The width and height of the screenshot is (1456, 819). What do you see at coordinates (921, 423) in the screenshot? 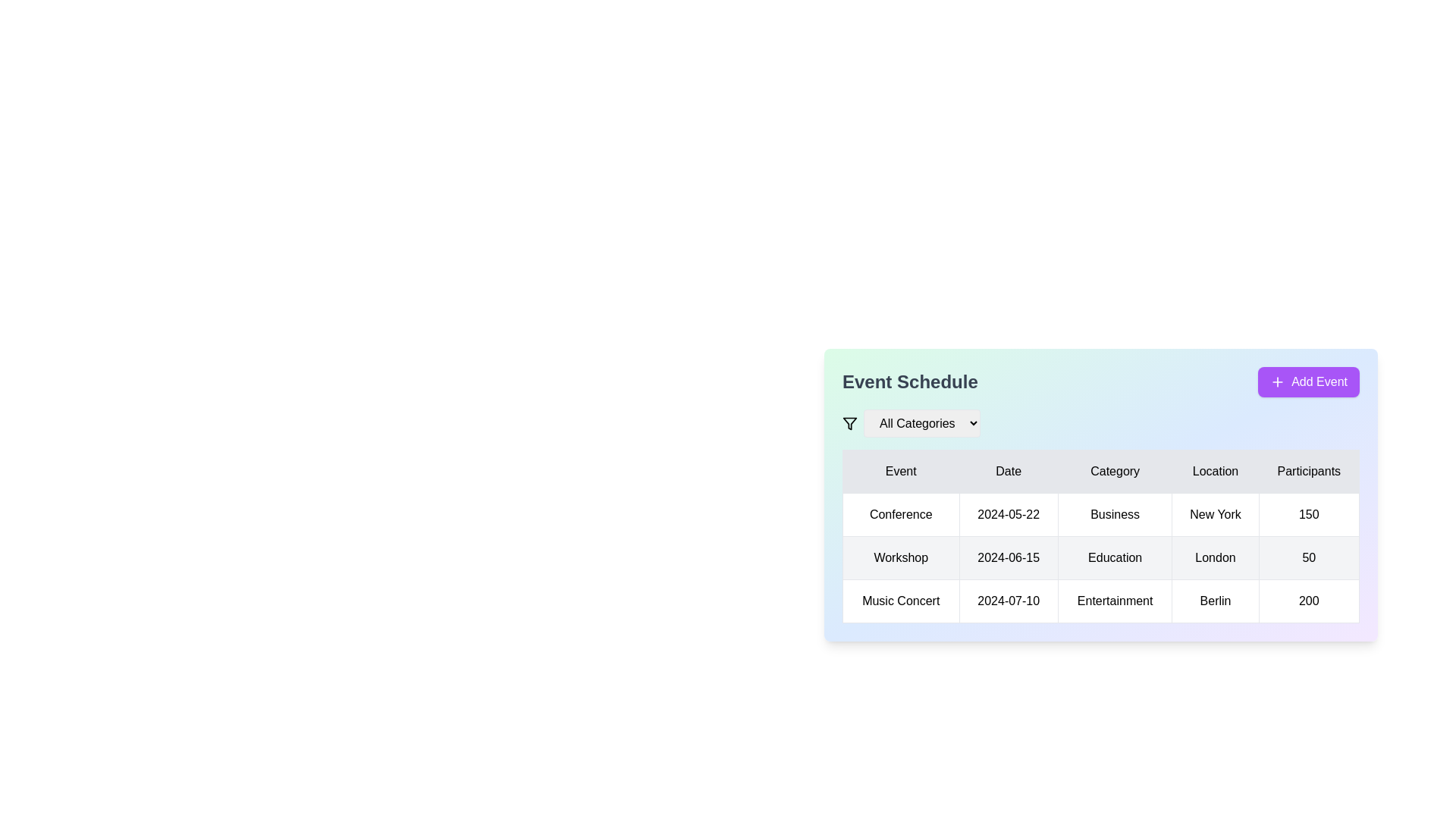
I see `the Dropdown menu that allows users to filter items` at bounding box center [921, 423].